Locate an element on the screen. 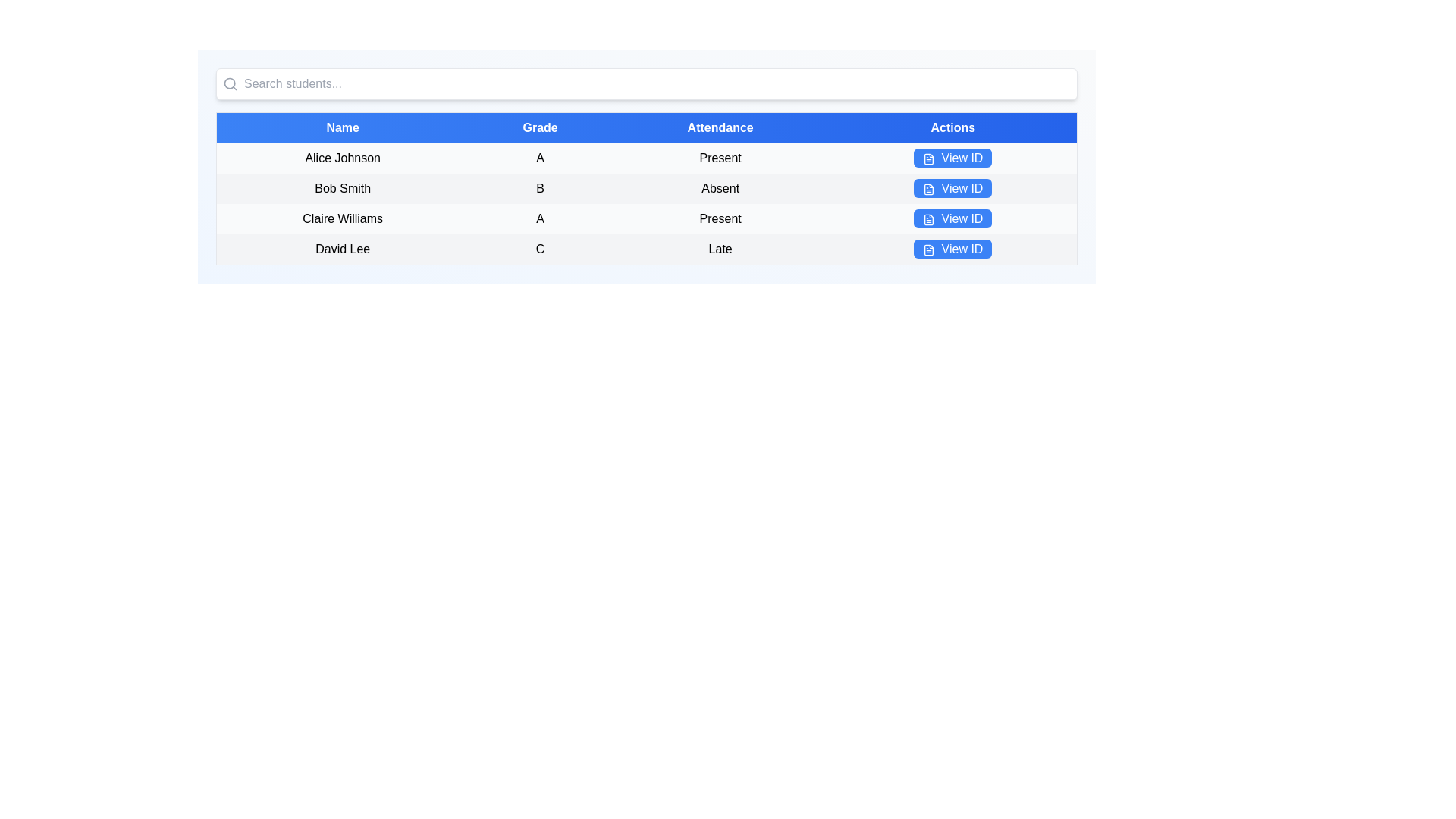 The image size is (1456, 819). the blue rectangular button labeled 'View ID' in the 'Actions' column of the table for the student 'David Lee' is located at coordinates (952, 248).